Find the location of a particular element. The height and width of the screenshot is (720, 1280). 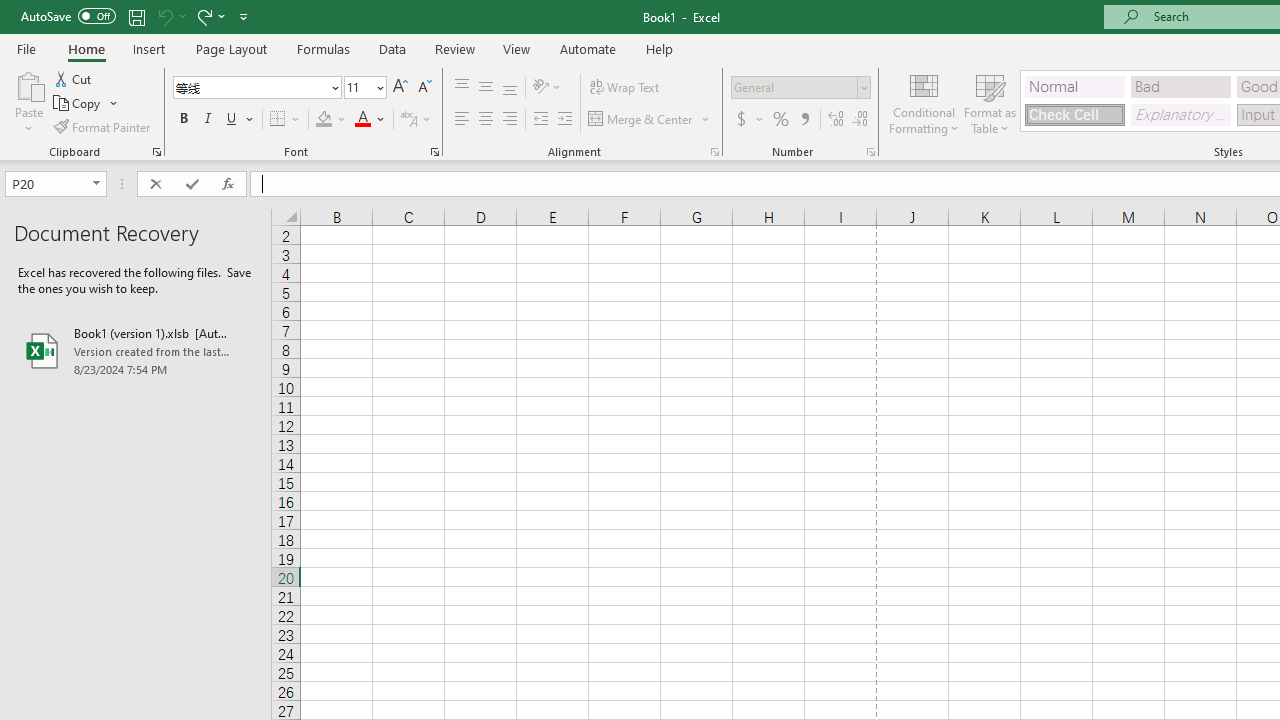

'Orientation' is located at coordinates (547, 86).